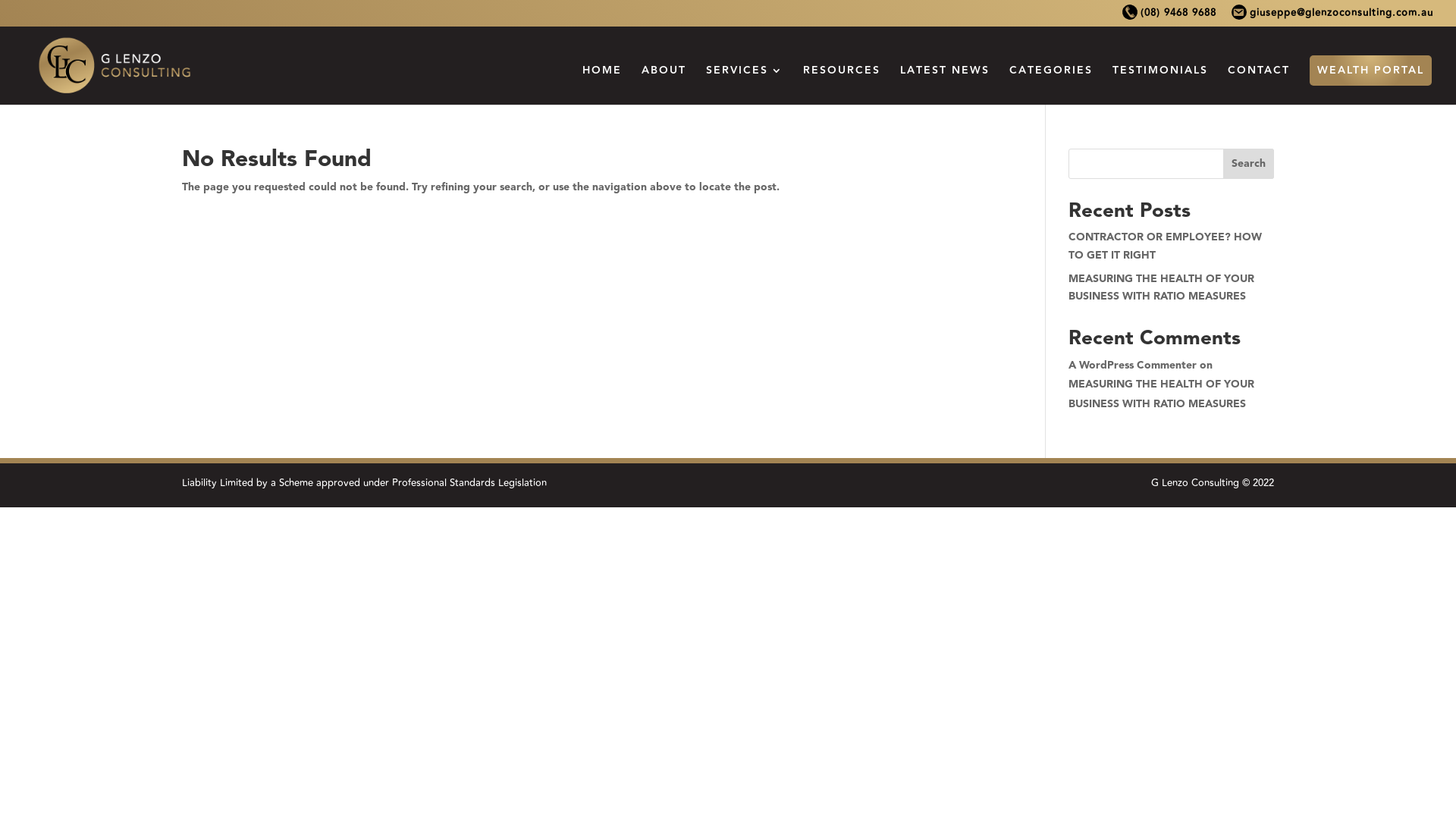  Describe the element at coordinates (1122, 17) in the screenshot. I see `'(08) 9468 9688'` at that location.